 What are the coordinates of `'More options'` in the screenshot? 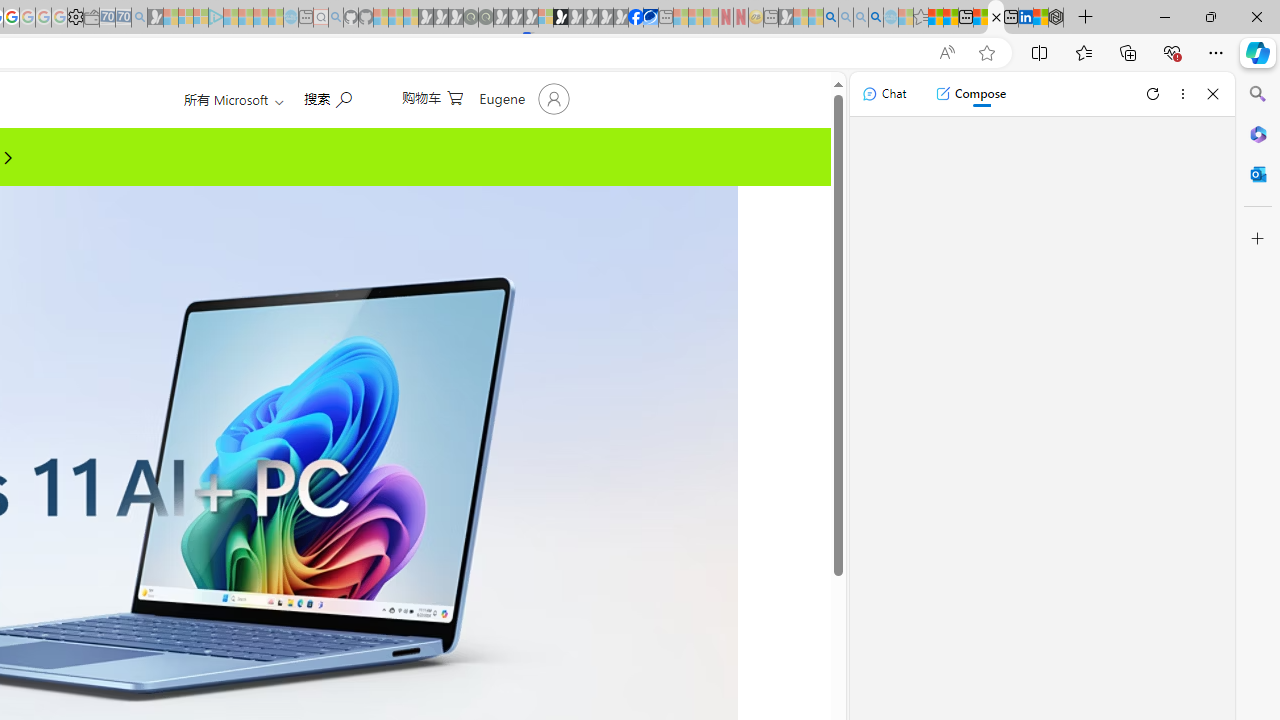 It's located at (1182, 93).